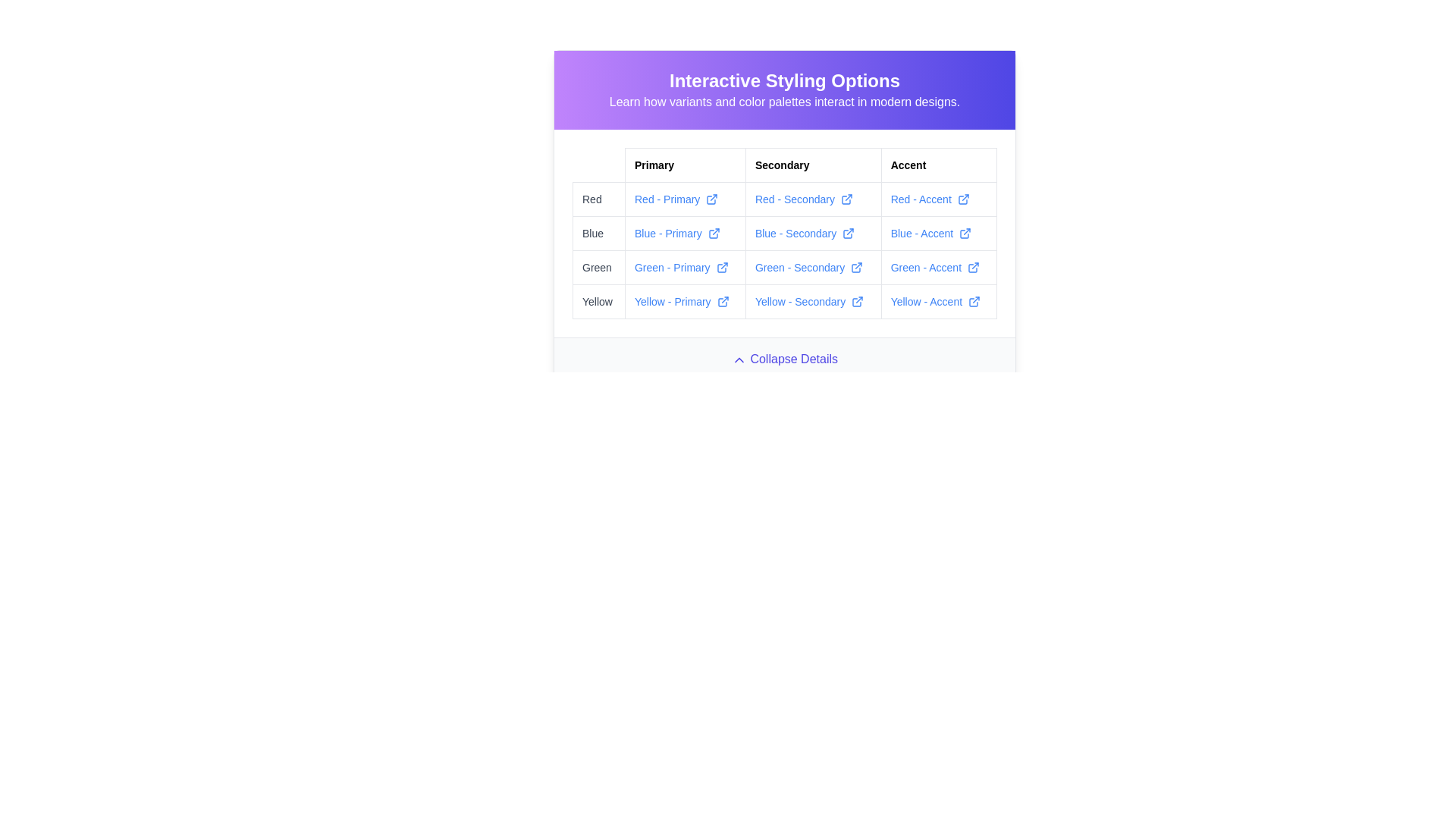 The width and height of the screenshot is (1456, 819). Describe the element at coordinates (598, 301) in the screenshot. I see `the static text label displaying 'Yellow', which is styled with light gray text color and is located in the first column of the last row of a structured table under the 'Primary' header` at that location.